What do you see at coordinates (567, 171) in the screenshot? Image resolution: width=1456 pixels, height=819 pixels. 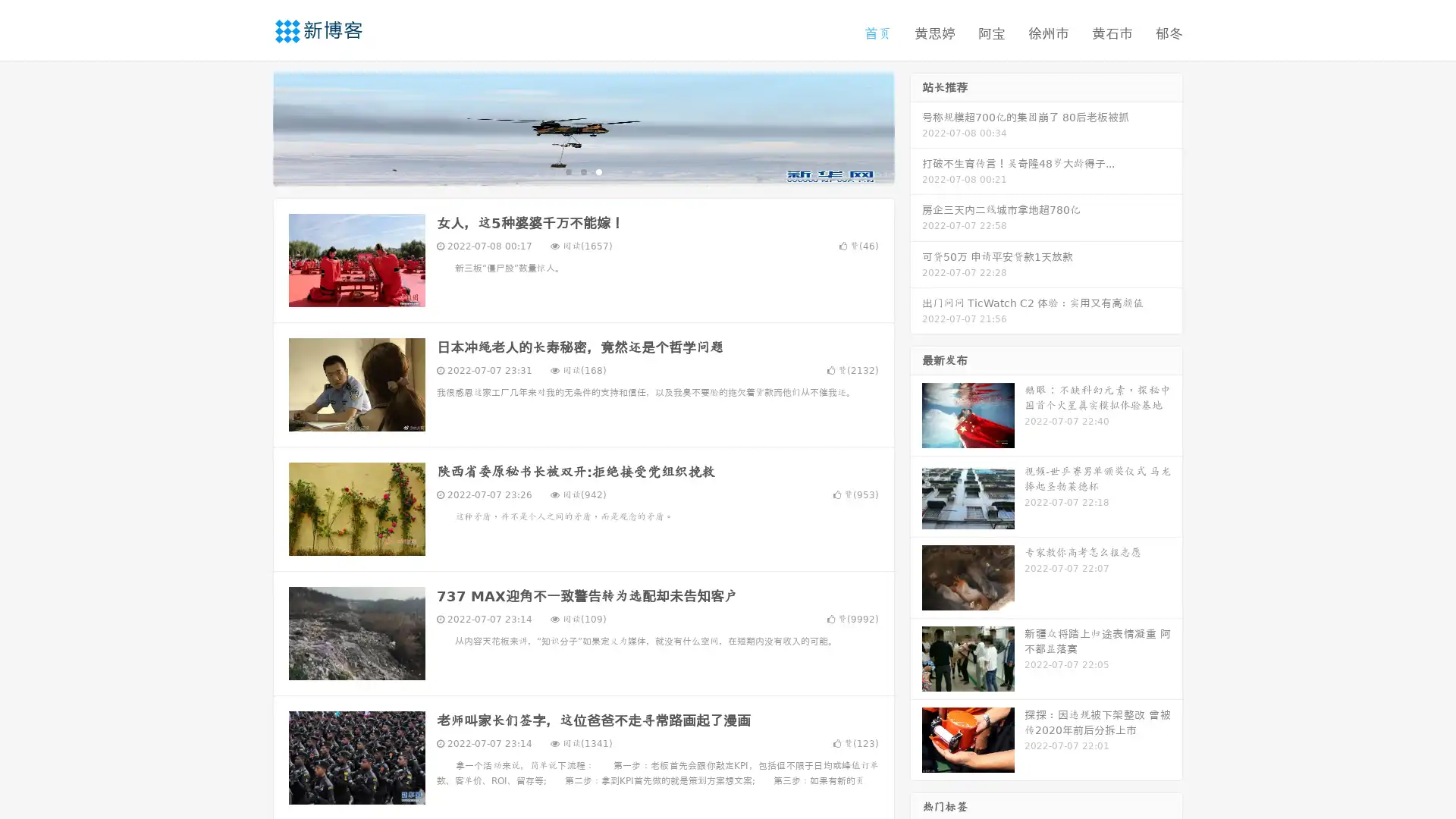 I see `Go to slide 1` at bounding box center [567, 171].